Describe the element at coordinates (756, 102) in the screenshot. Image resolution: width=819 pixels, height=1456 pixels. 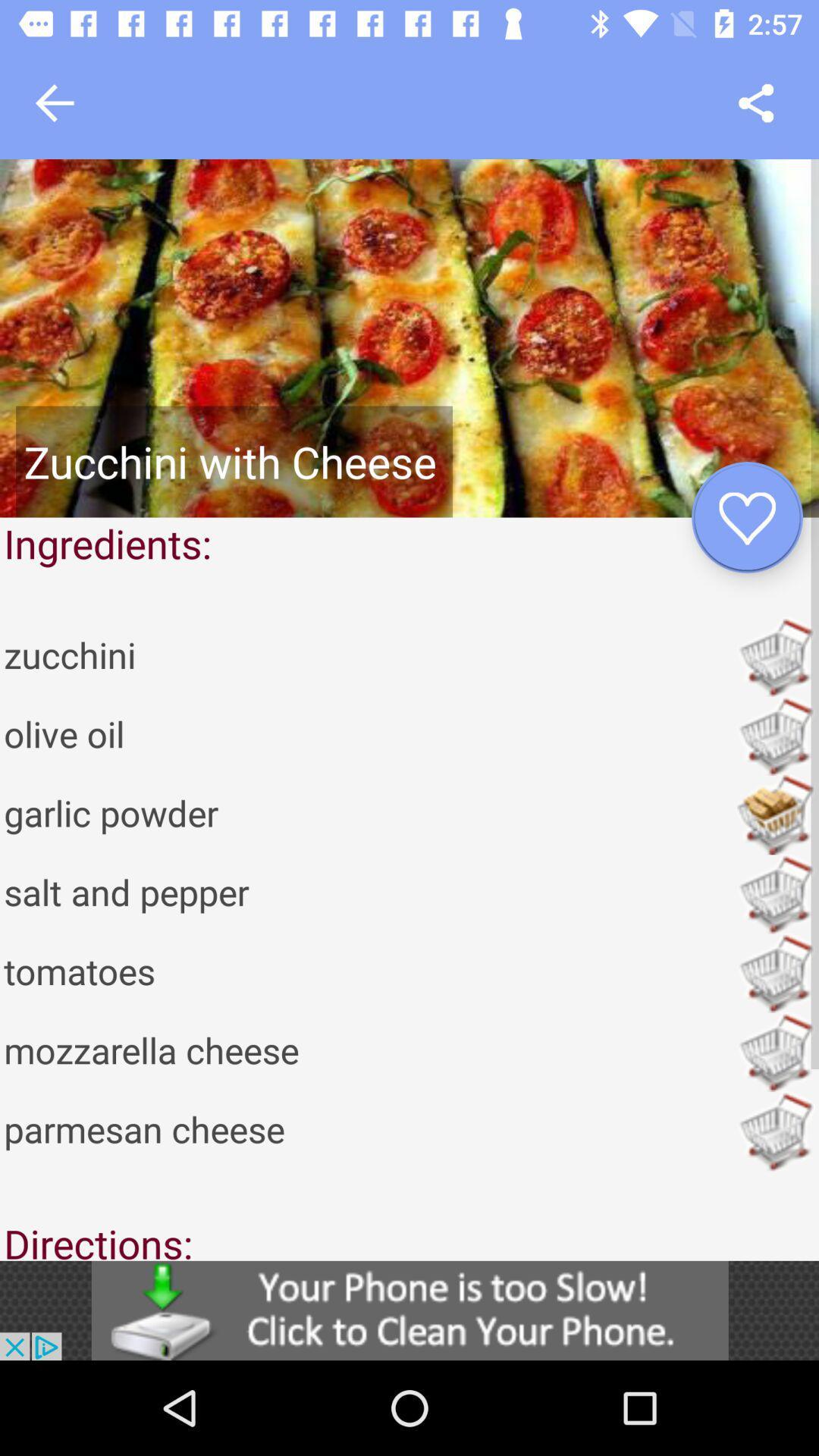
I see `share` at that location.